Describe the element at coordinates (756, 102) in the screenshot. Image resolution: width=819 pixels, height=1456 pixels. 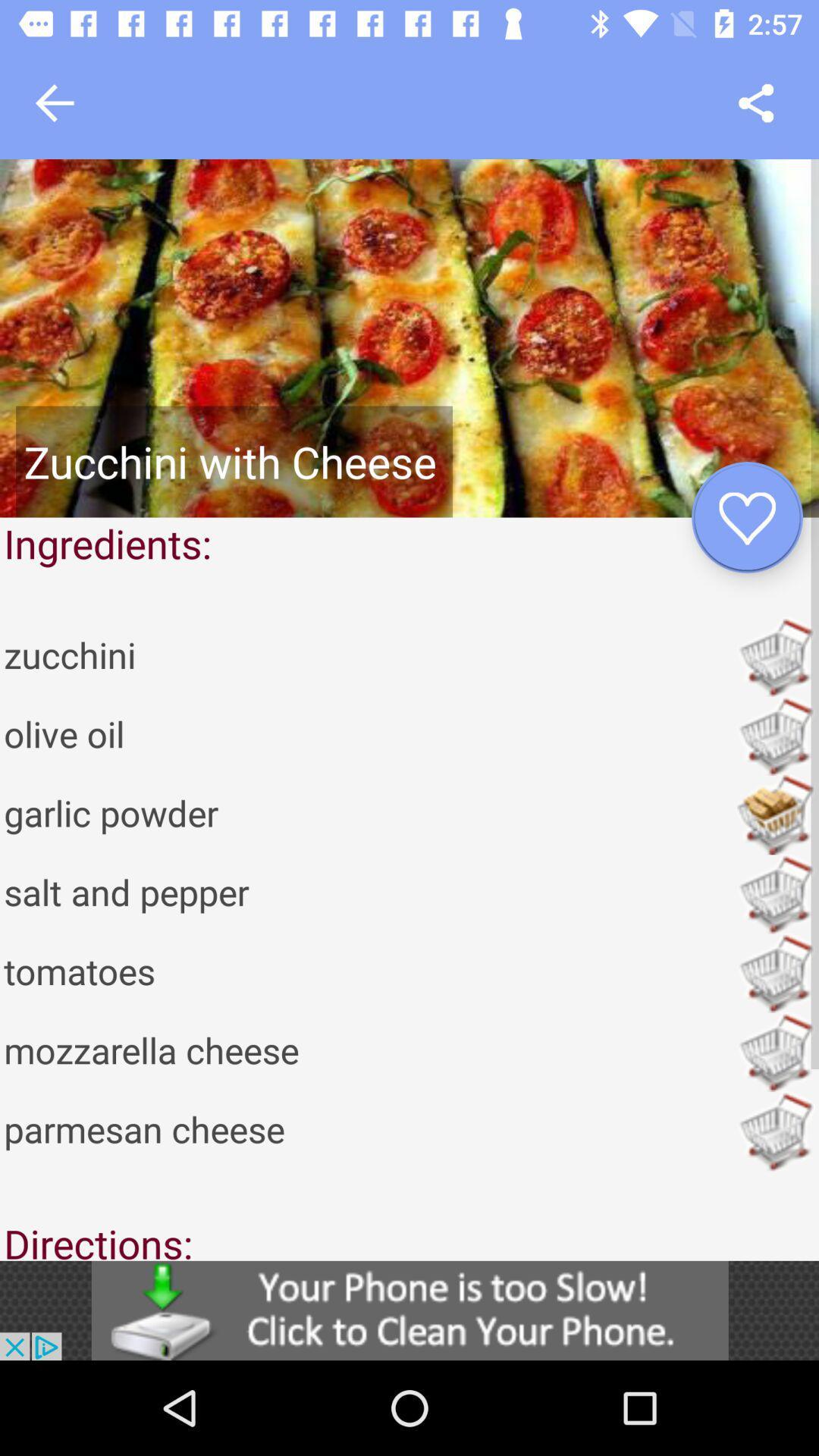
I see `share` at that location.